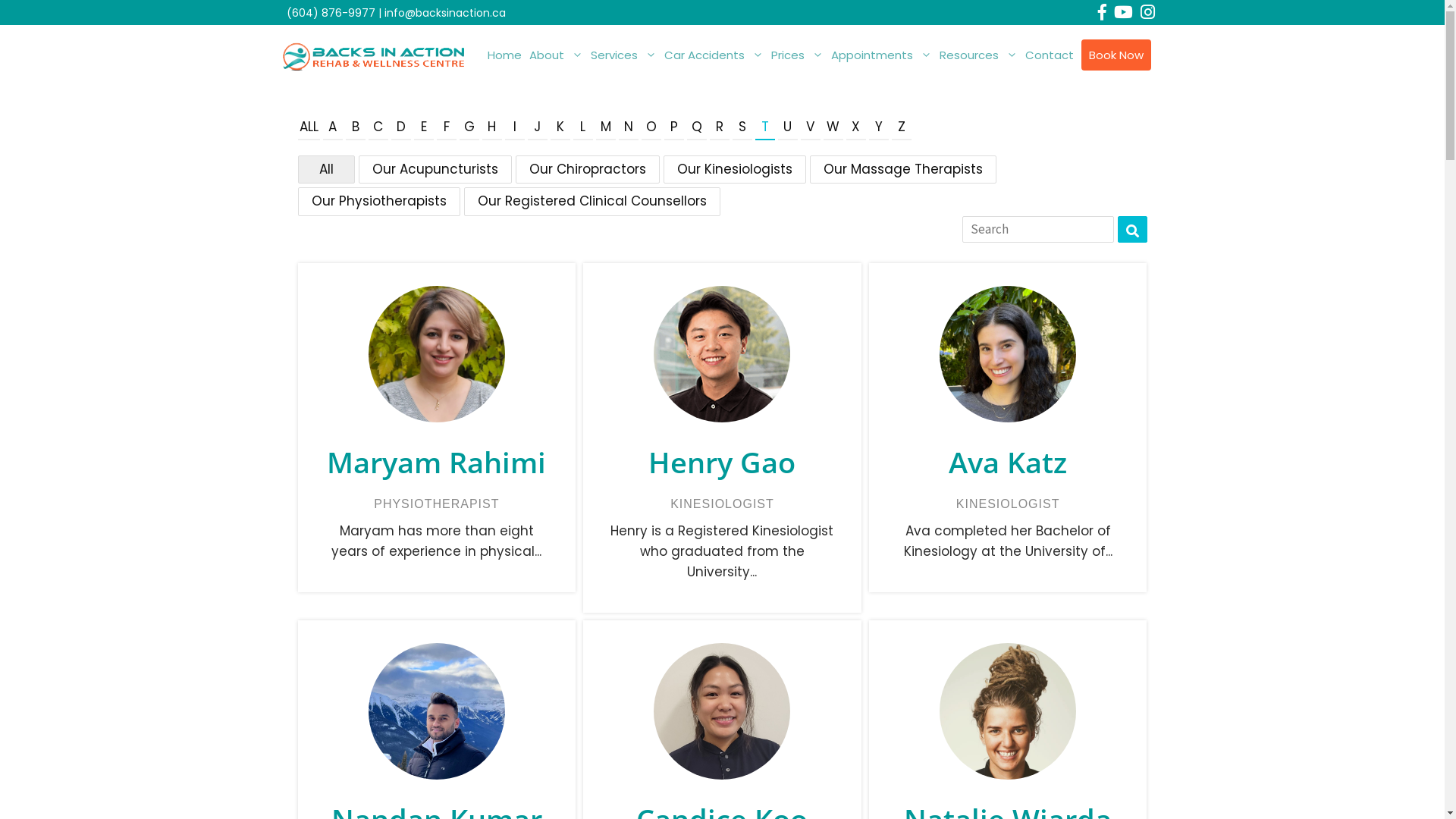 Image resolution: width=1456 pixels, height=819 pixels. I want to click on 'Appointments', so click(825, 55).